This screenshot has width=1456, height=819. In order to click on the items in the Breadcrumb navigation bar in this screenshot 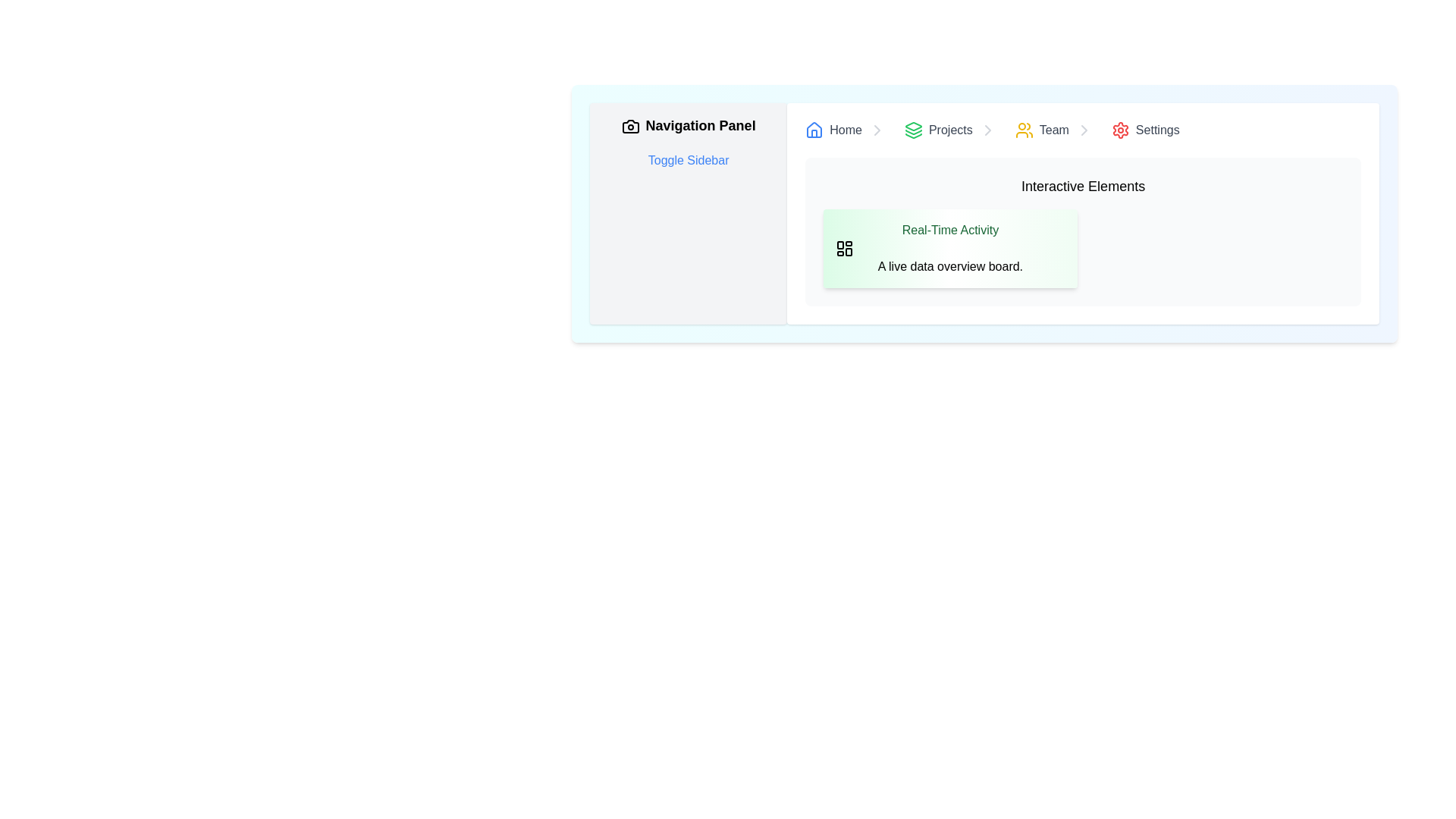, I will do `click(1082, 130)`.